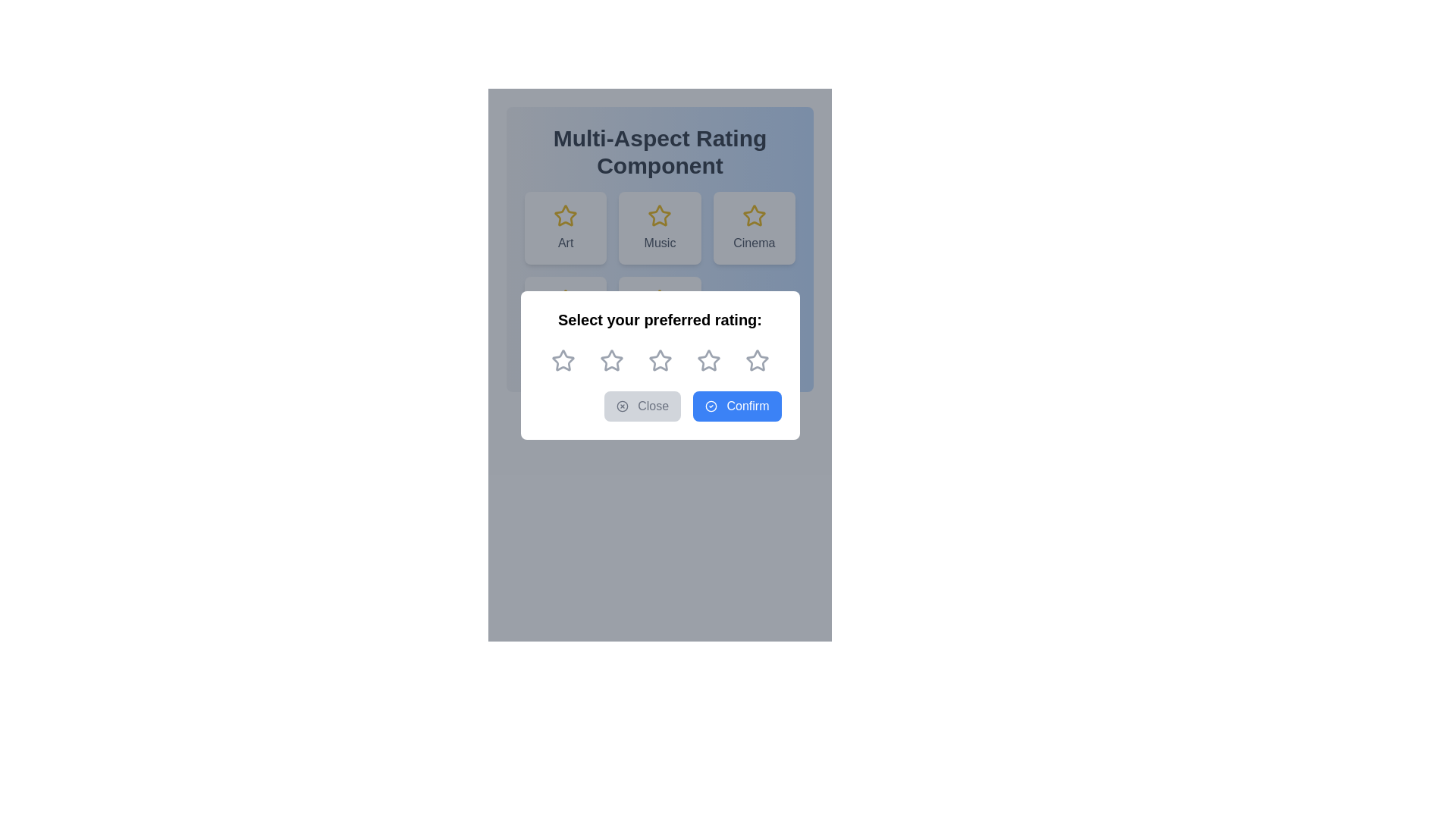 Image resolution: width=1456 pixels, height=819 pixels. Describe the element at coordinates (642, 405) in the screenshot. I see `the close button located in the bottom section of the modal, which is aligned to the left of the 'Confirm' button` at that location.